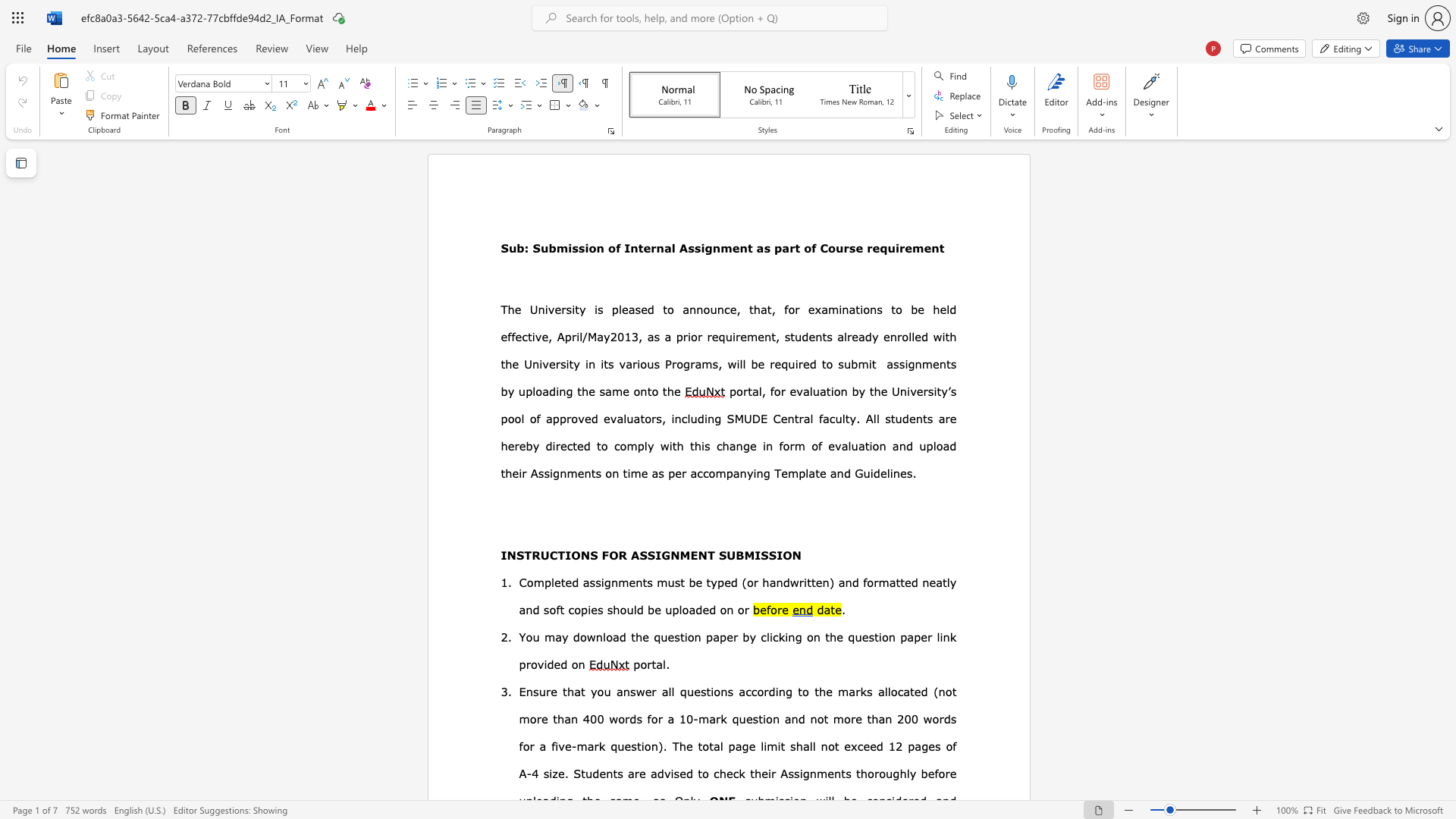 This screenshot has width=1456, height=819. What do you see at coordinates (647, 335) in the screenshot?
I see `the subset text "as a pri" within the text "as a prior requirement,"` at bounding box center [647, 335].